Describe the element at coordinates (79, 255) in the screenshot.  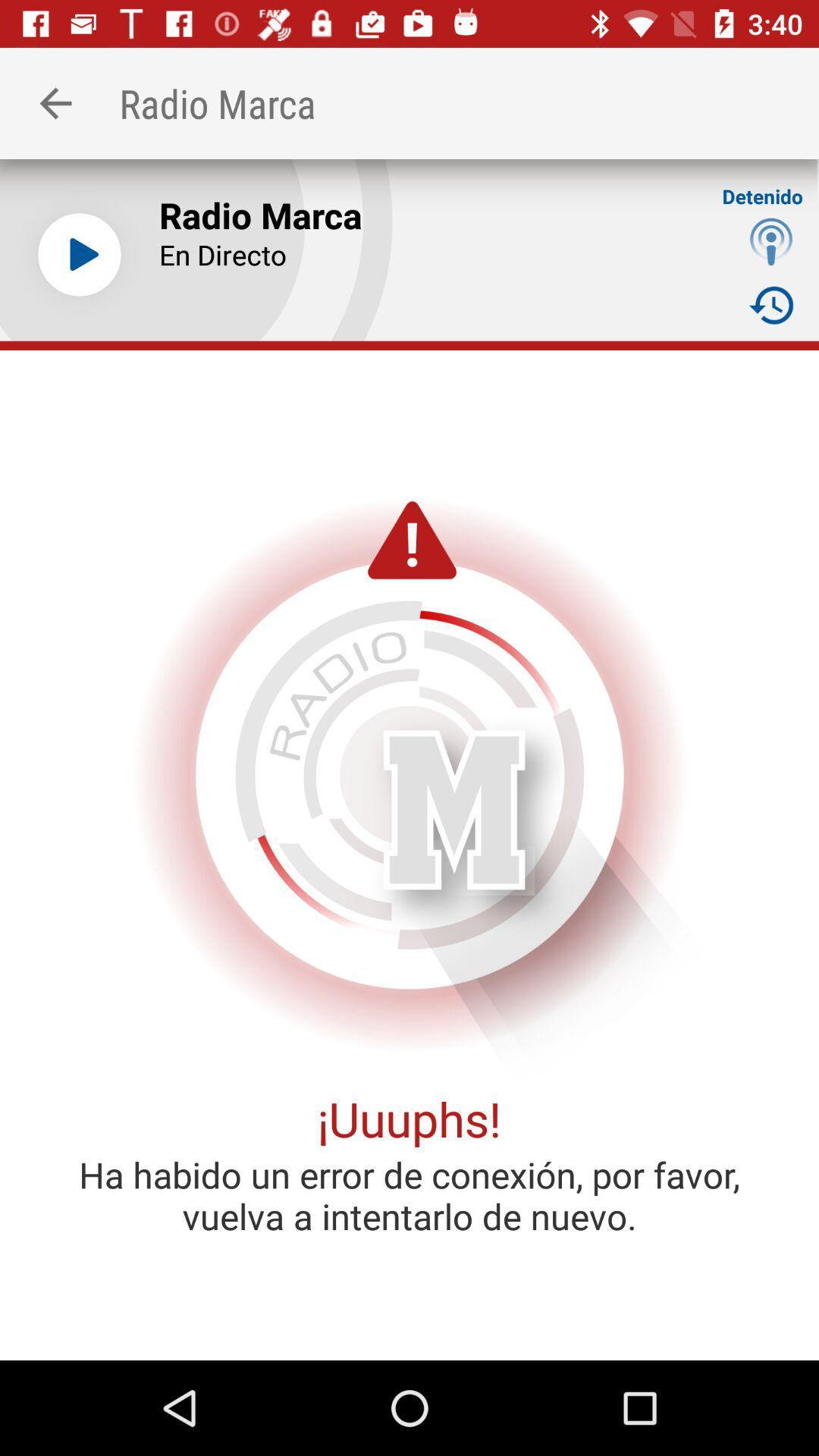
I see `play` at that location.